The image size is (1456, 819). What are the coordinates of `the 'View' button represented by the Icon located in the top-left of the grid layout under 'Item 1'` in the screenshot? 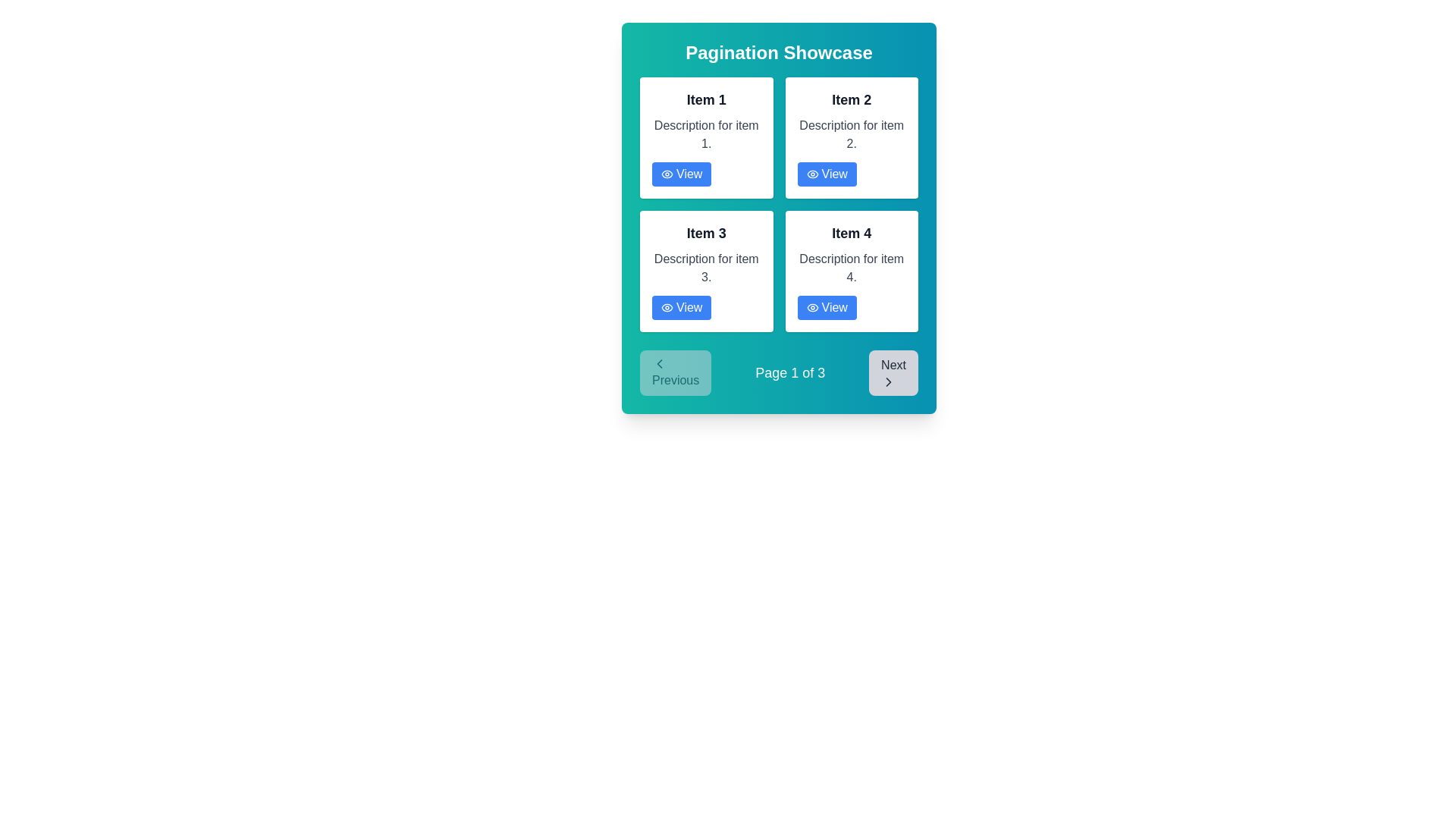 It's located at (667, 174).